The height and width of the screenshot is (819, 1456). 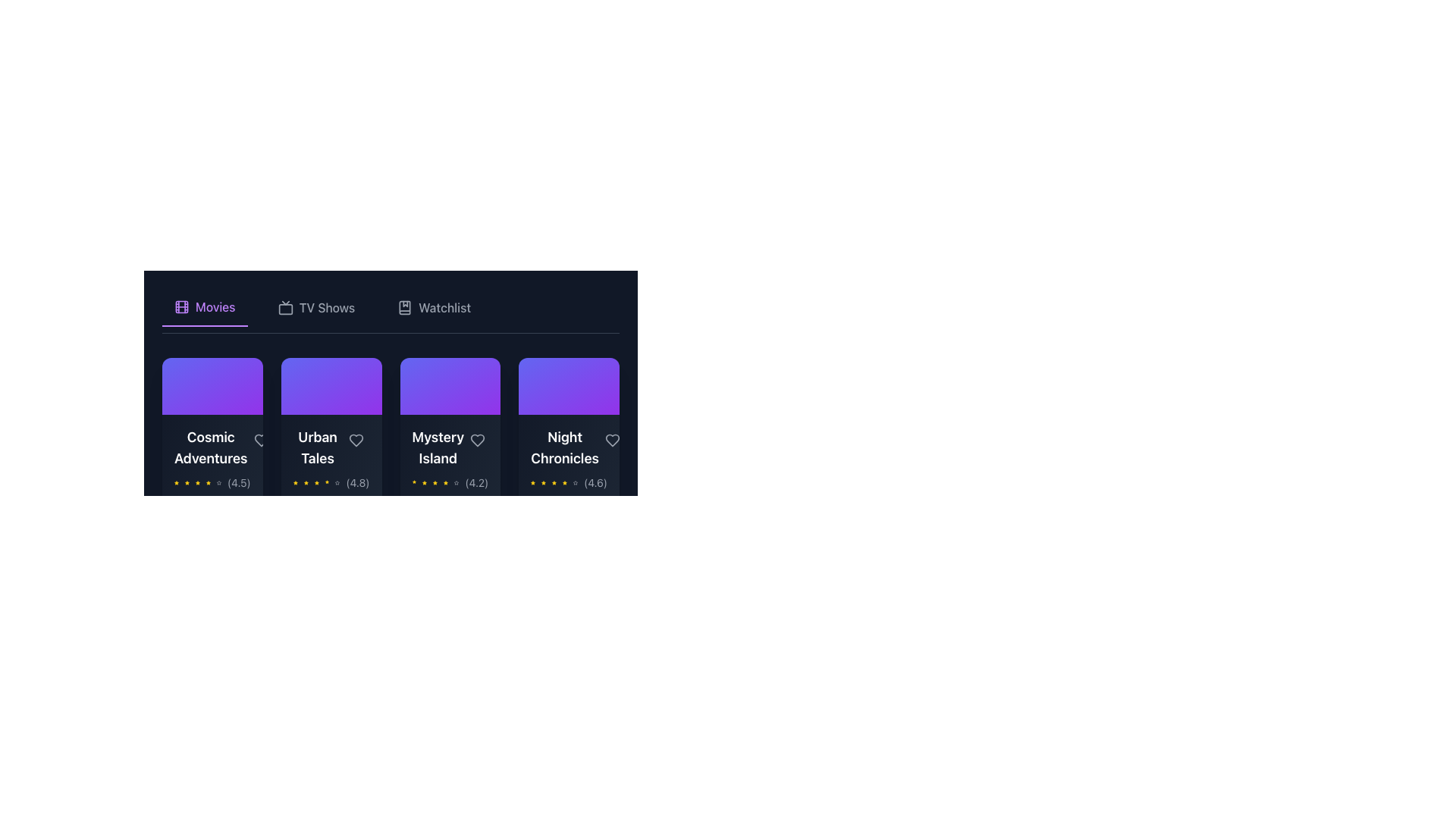 I want to click on the heart-shaped icon styled in gray, located to the right of the text 'Mystery Island', so click(x=477, y=440).